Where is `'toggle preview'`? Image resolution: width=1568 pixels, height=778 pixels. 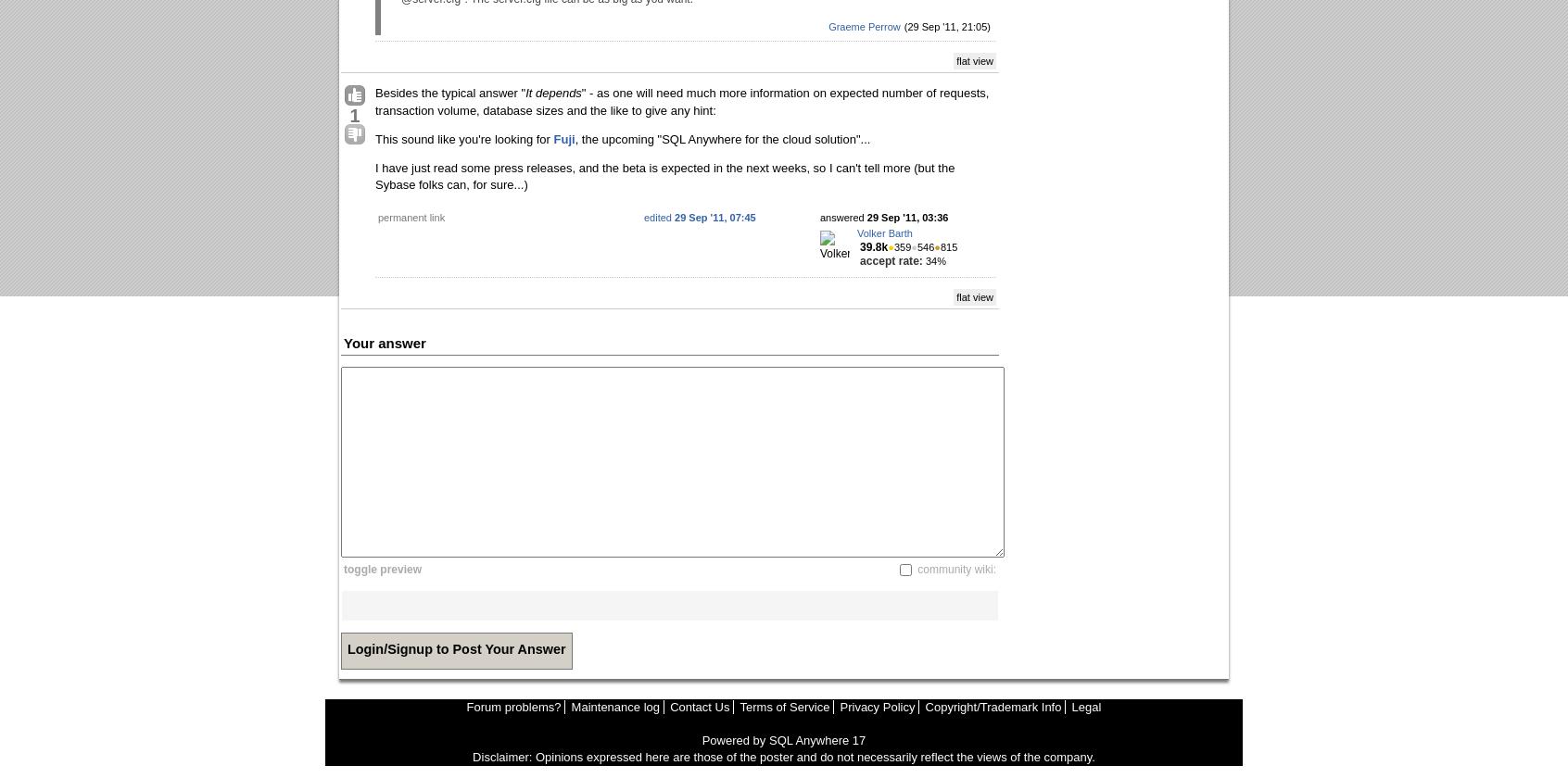 'toggle preview' is located at coordinates (383, 569).